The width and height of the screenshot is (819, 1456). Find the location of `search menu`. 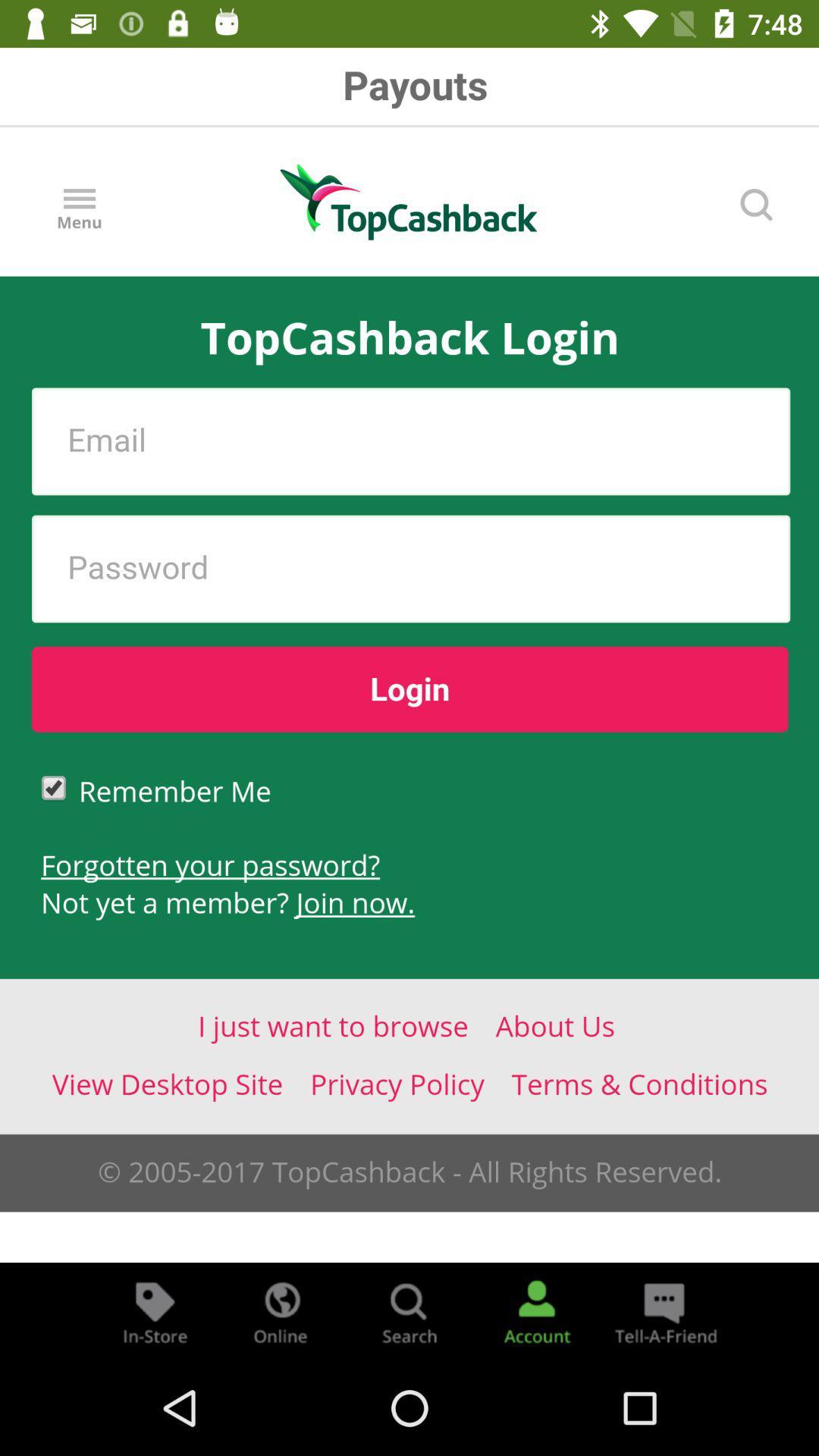

search menu is located at coordinates (409, 1310).